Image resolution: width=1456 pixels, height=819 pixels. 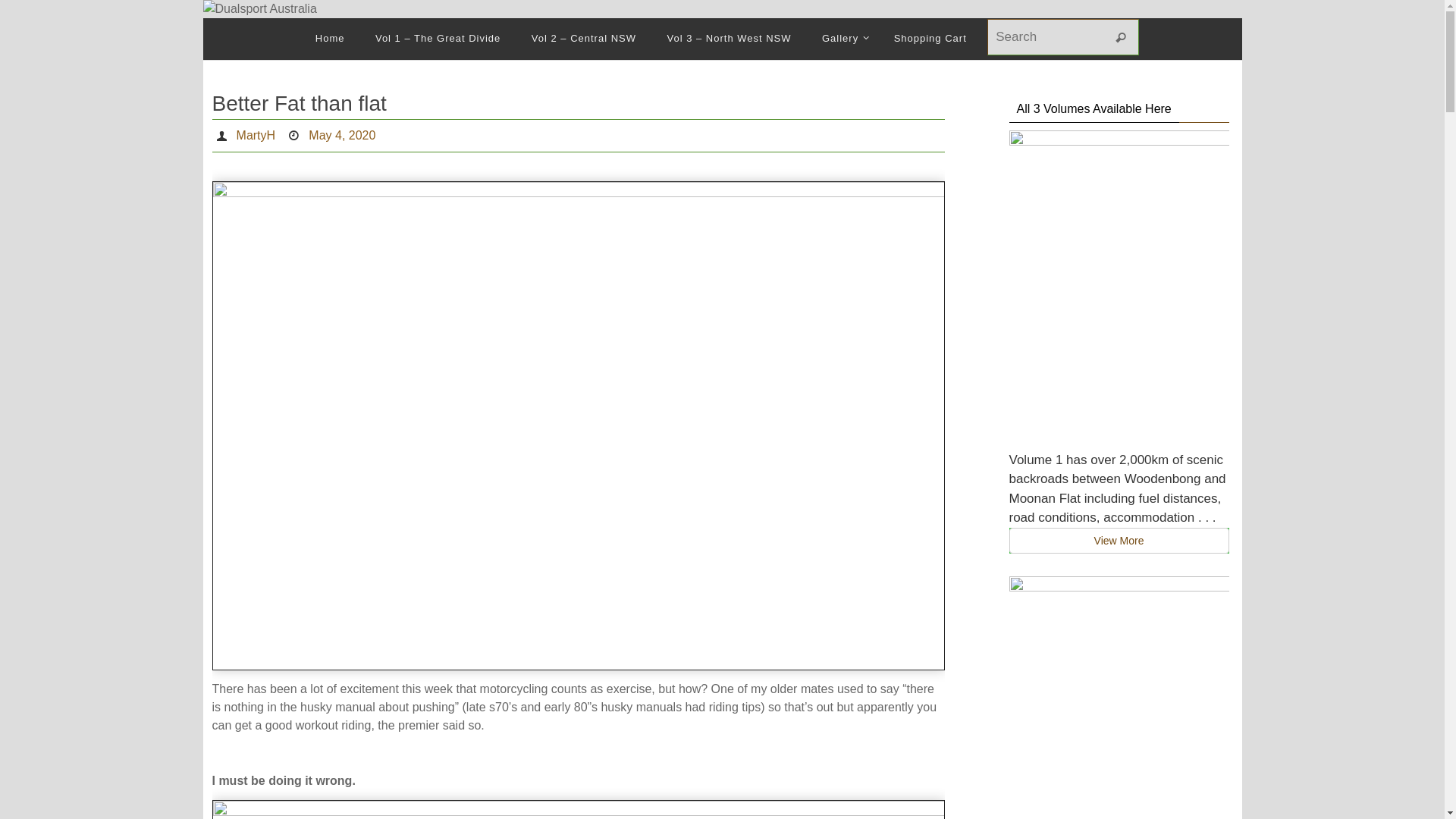 What do you see at coordinates (200, 40) in the screenshot?
I see `'Skip to content'` at bounding box center [200, 40].